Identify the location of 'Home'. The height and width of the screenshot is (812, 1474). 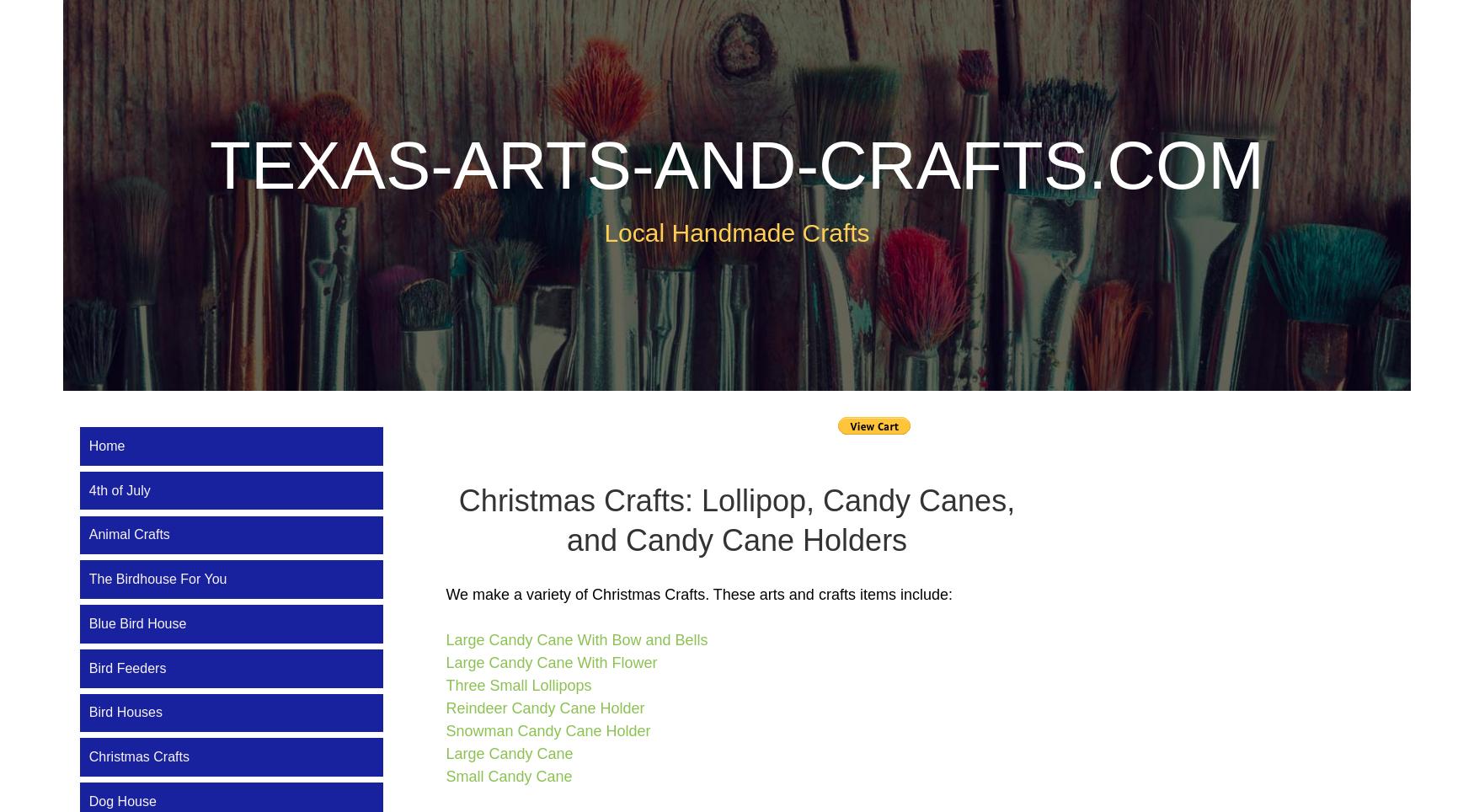
(105, 445).